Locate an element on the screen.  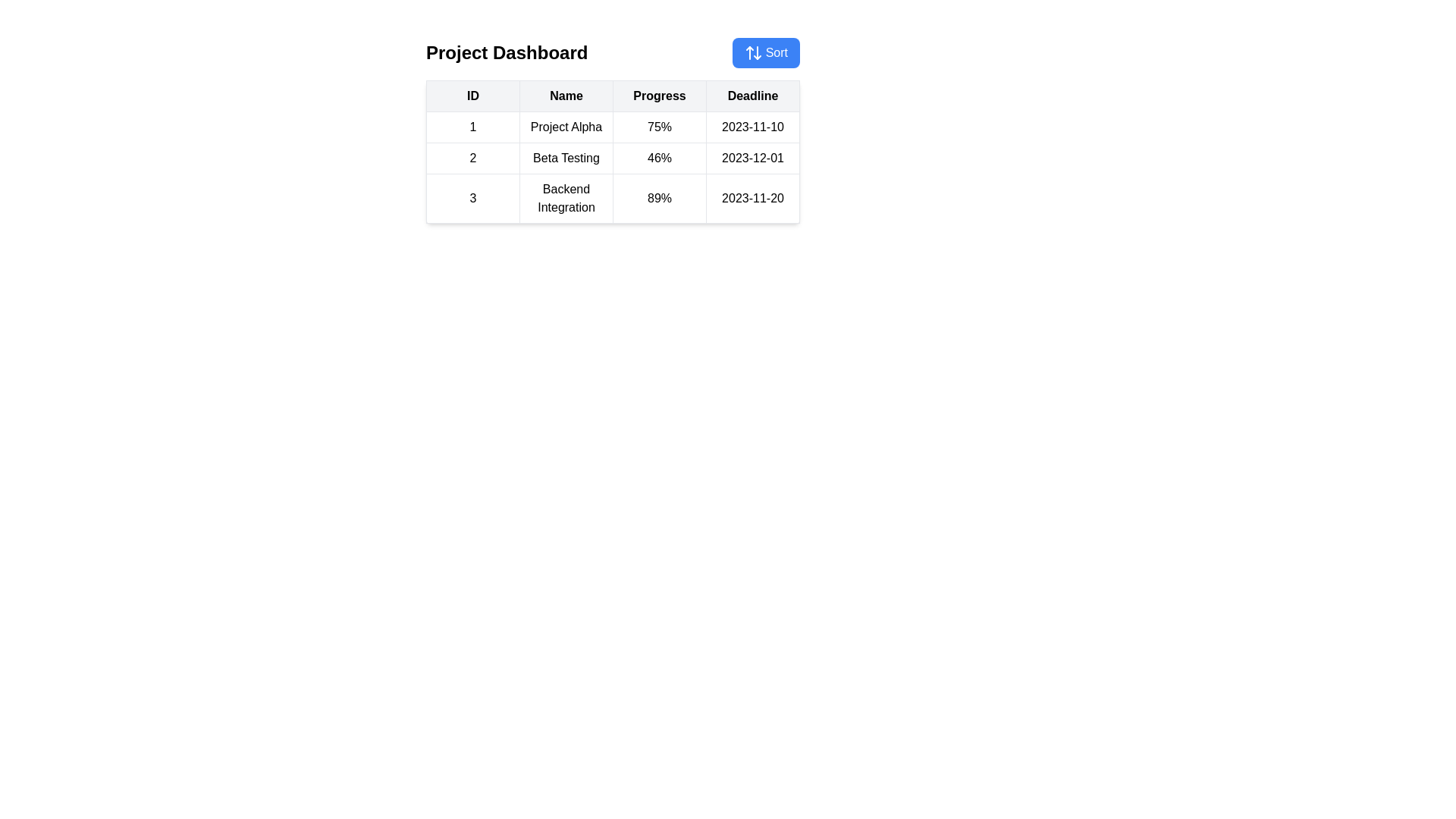
the bidirectional arrows SVG icon within the 'Sort' button is located at coordinates (753, 52).